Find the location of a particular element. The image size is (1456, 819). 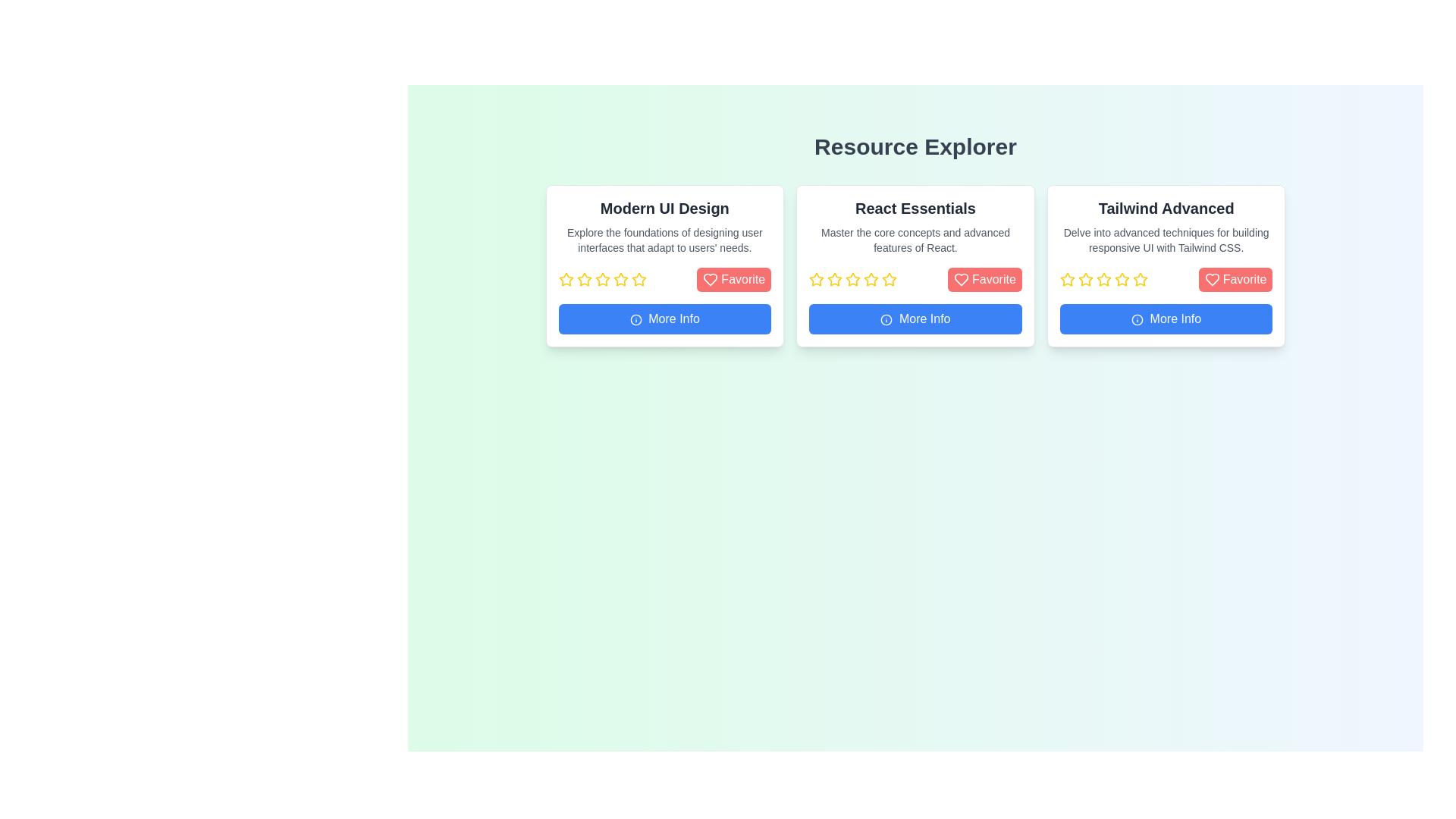

the heart-shaped icon with a red background and white border, located at the bottom right corner of the 'Modern UI Design' card to interact with the favorite functionality is located at coordinates (709, 280).